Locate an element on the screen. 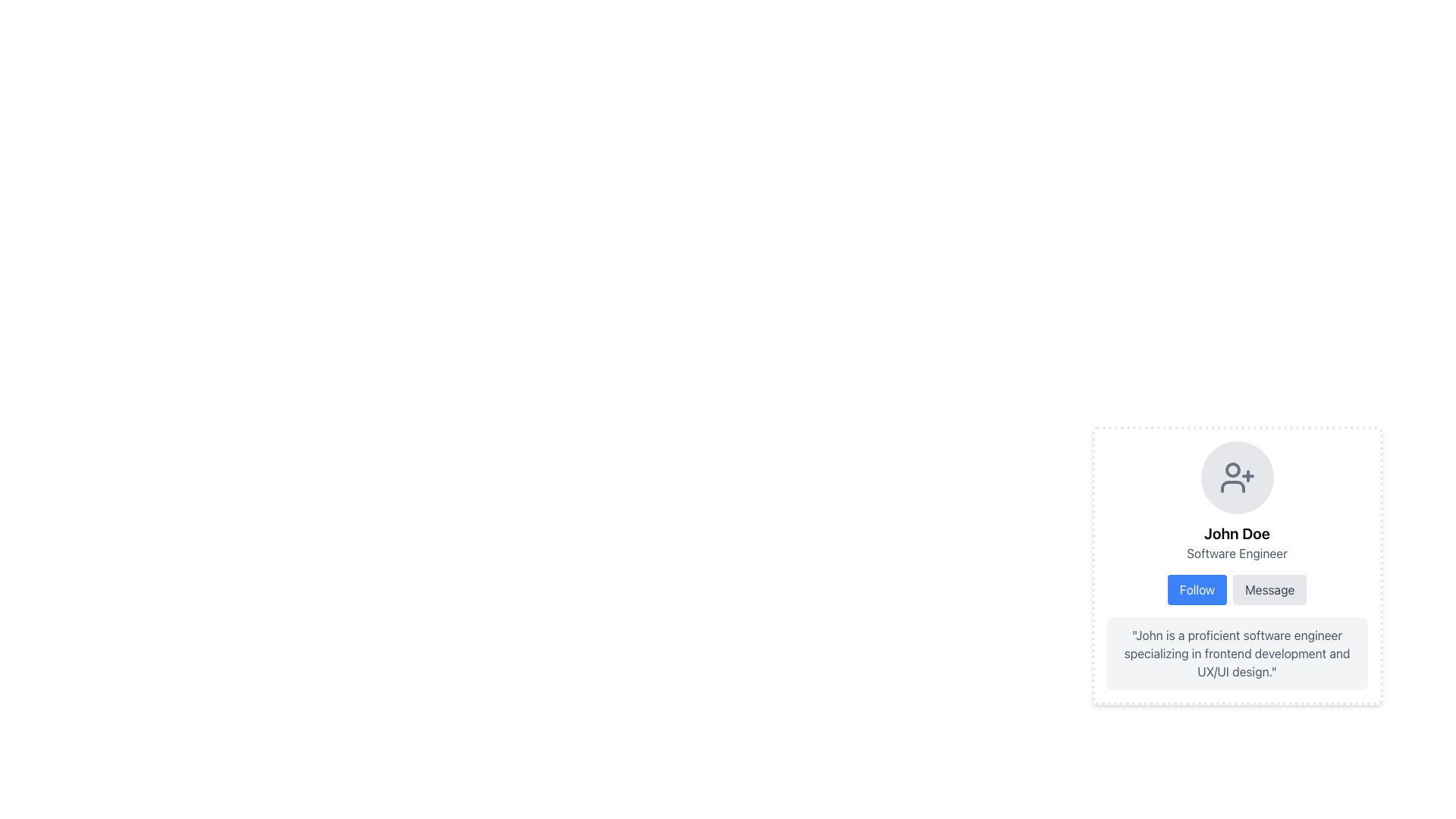  the dual-button group located at the bottom of the profile card, which contains the 'Follow' button on the left and the 'Message' button on the right is located at coordinates (1237, 589).